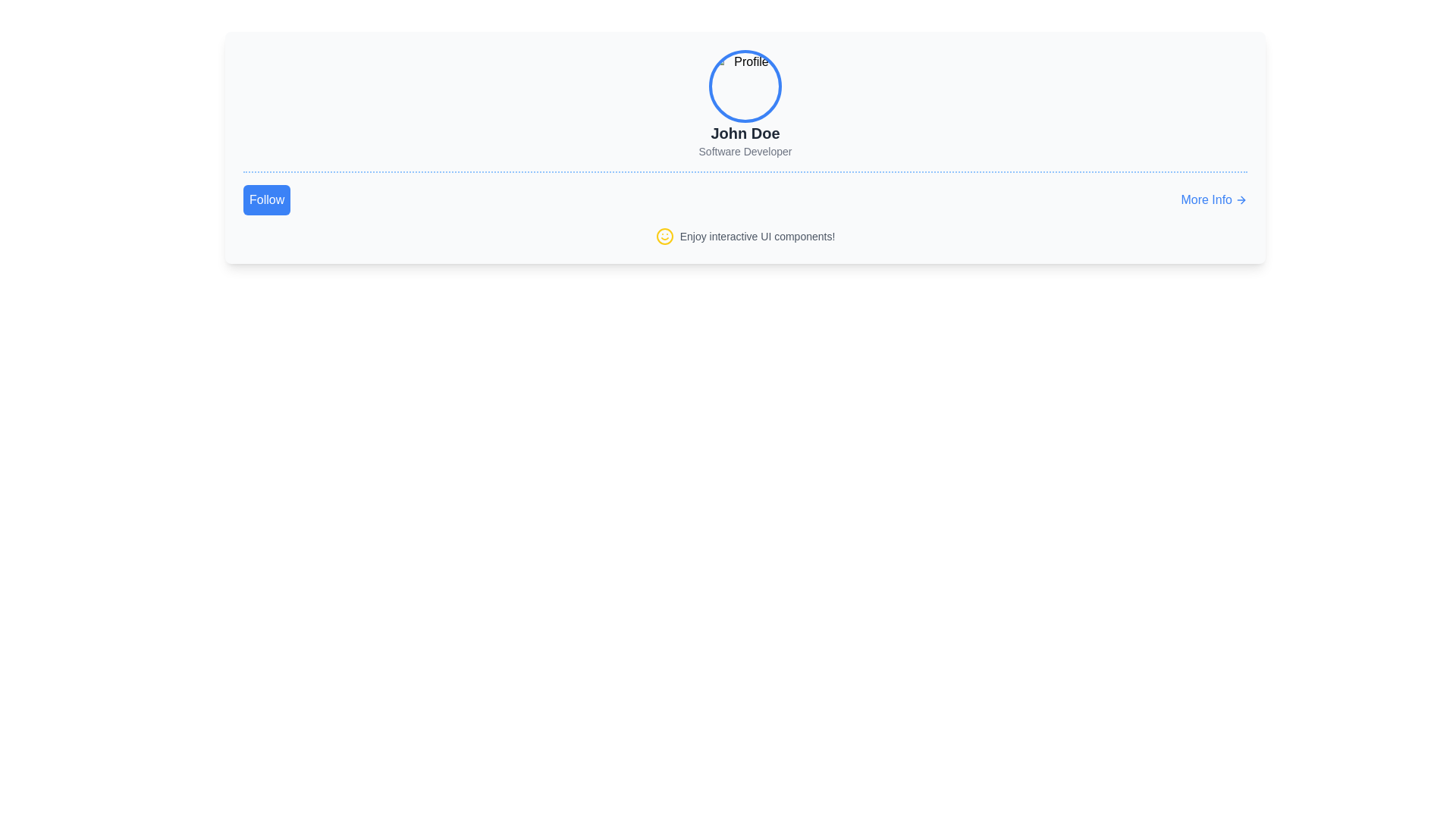 The width and height of the screenshot is (1456, 819). Describe the element at coordinates (1241, 199) in the screenshot. I see `the forward navigation arrow icon located at the far right end of the 'More Info' label, which is part of the clickable area for additional details` at that location.